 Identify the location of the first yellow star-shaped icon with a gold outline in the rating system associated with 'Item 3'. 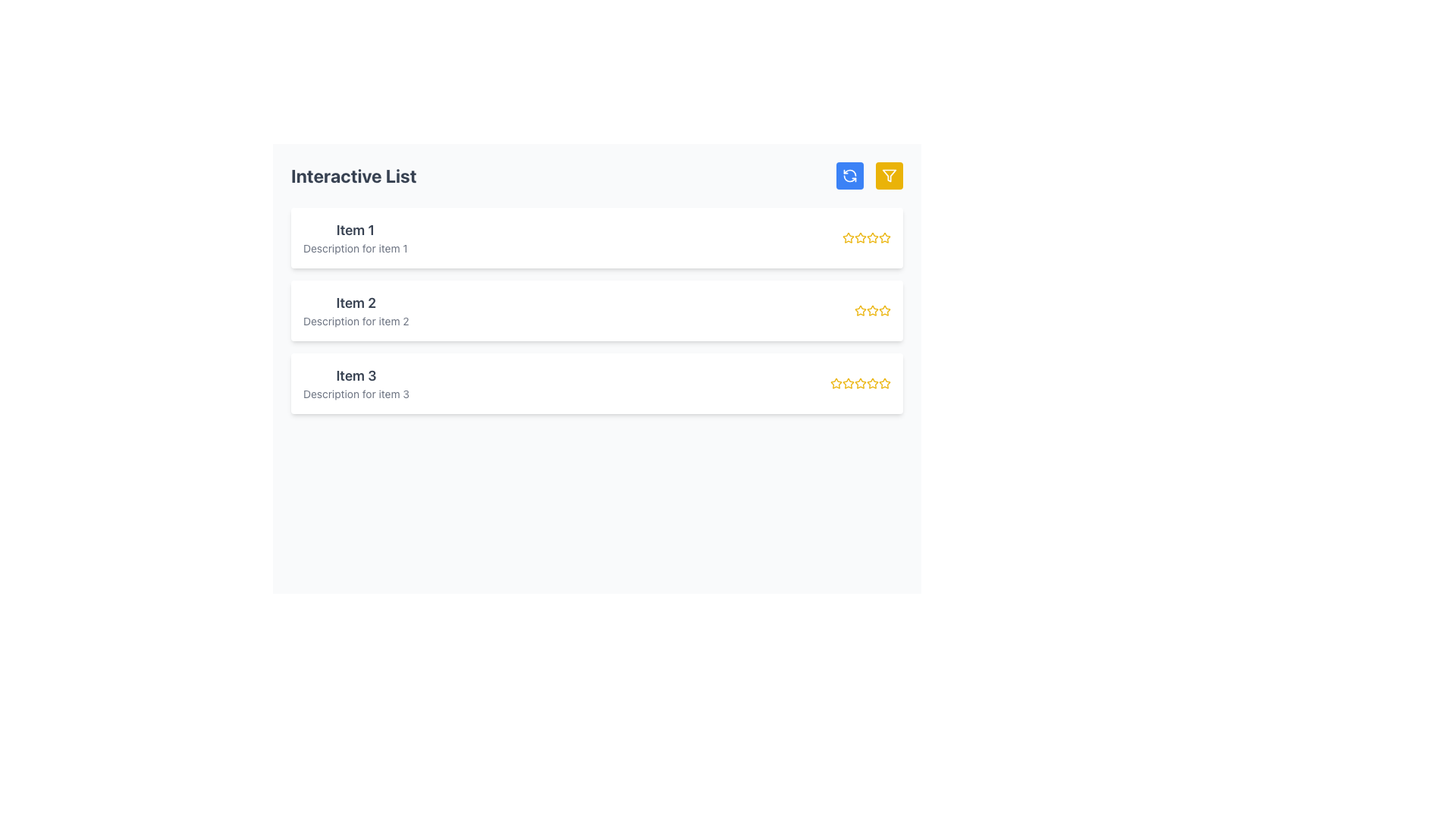
(884, 382).